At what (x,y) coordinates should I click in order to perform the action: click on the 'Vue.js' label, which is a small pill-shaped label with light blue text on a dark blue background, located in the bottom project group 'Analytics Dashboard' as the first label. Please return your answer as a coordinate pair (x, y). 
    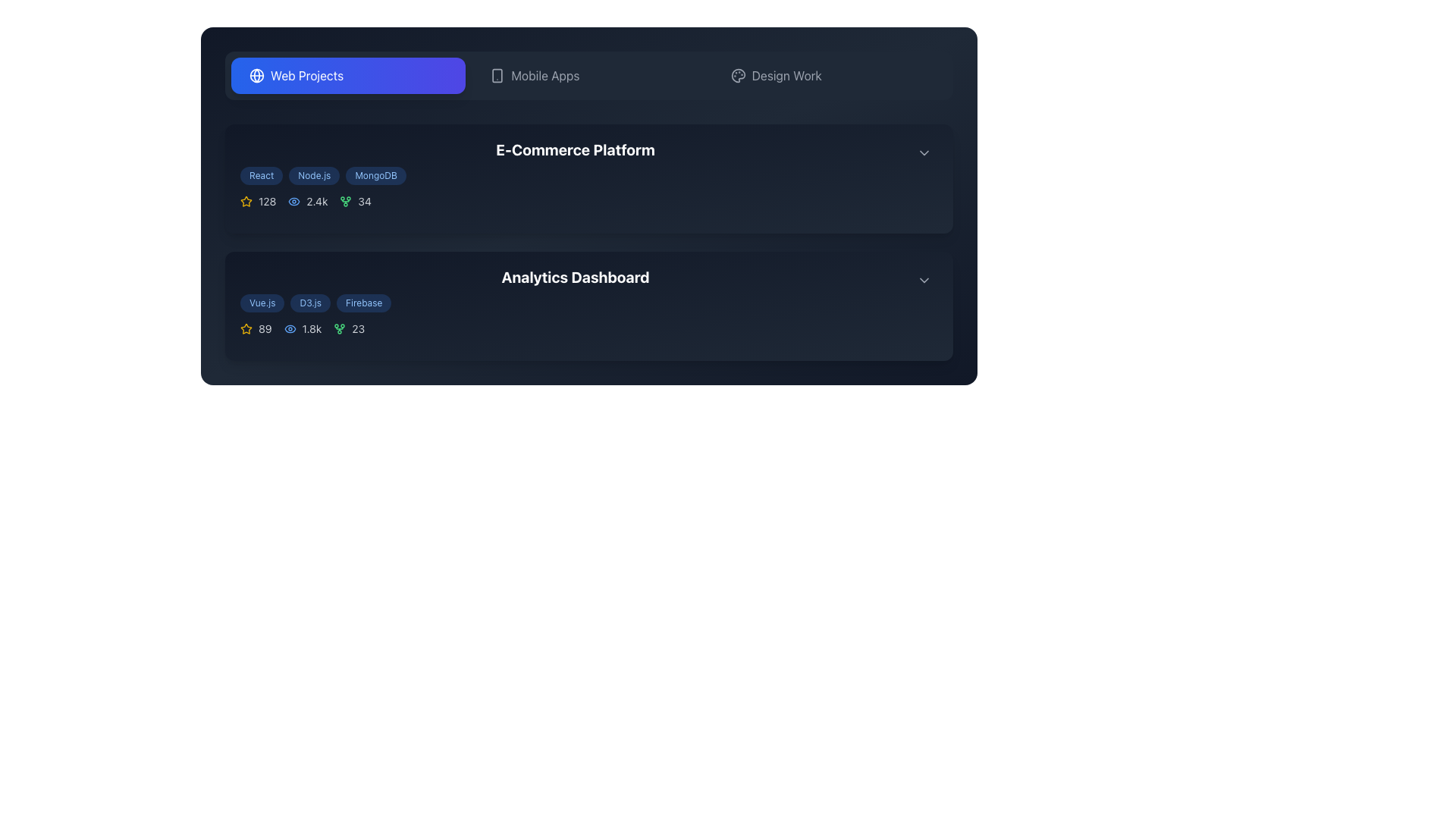
    Looking at the image, I should click on (262, 303).